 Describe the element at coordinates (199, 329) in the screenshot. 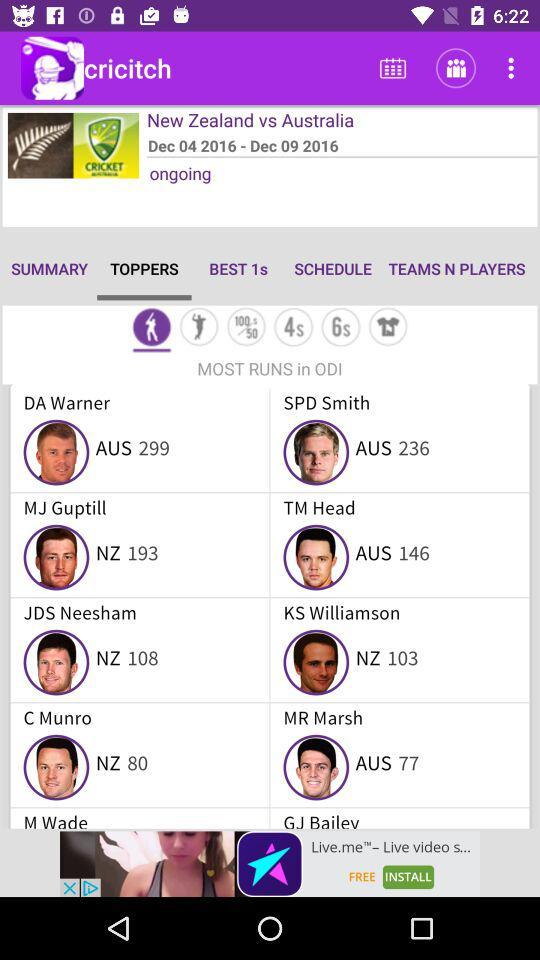

I see `the avatar icon` at that location.